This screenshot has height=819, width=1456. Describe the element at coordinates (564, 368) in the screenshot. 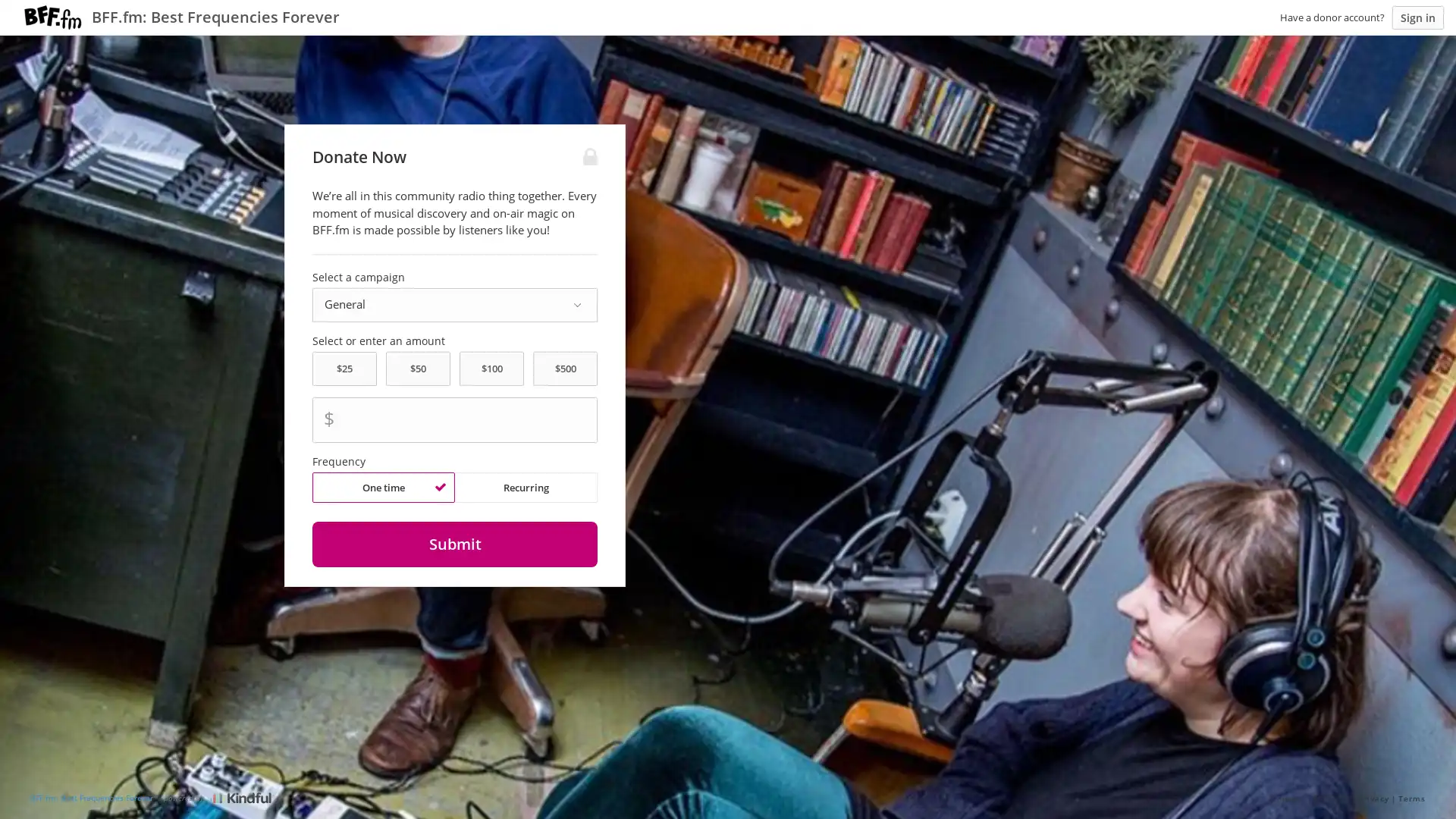

I see `$500` at that location.